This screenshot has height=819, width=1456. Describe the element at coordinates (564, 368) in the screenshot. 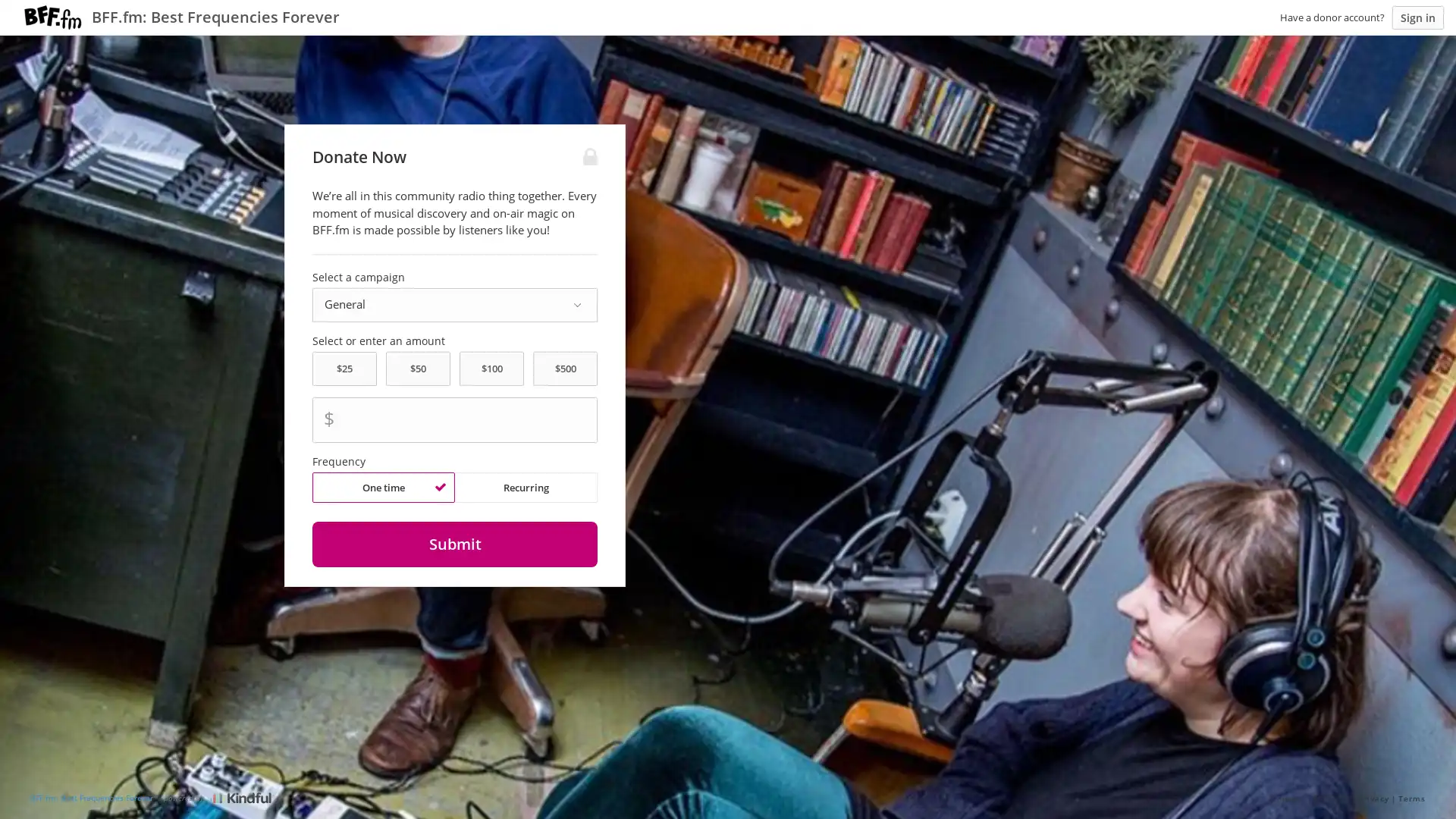

I see `$500` at that location.